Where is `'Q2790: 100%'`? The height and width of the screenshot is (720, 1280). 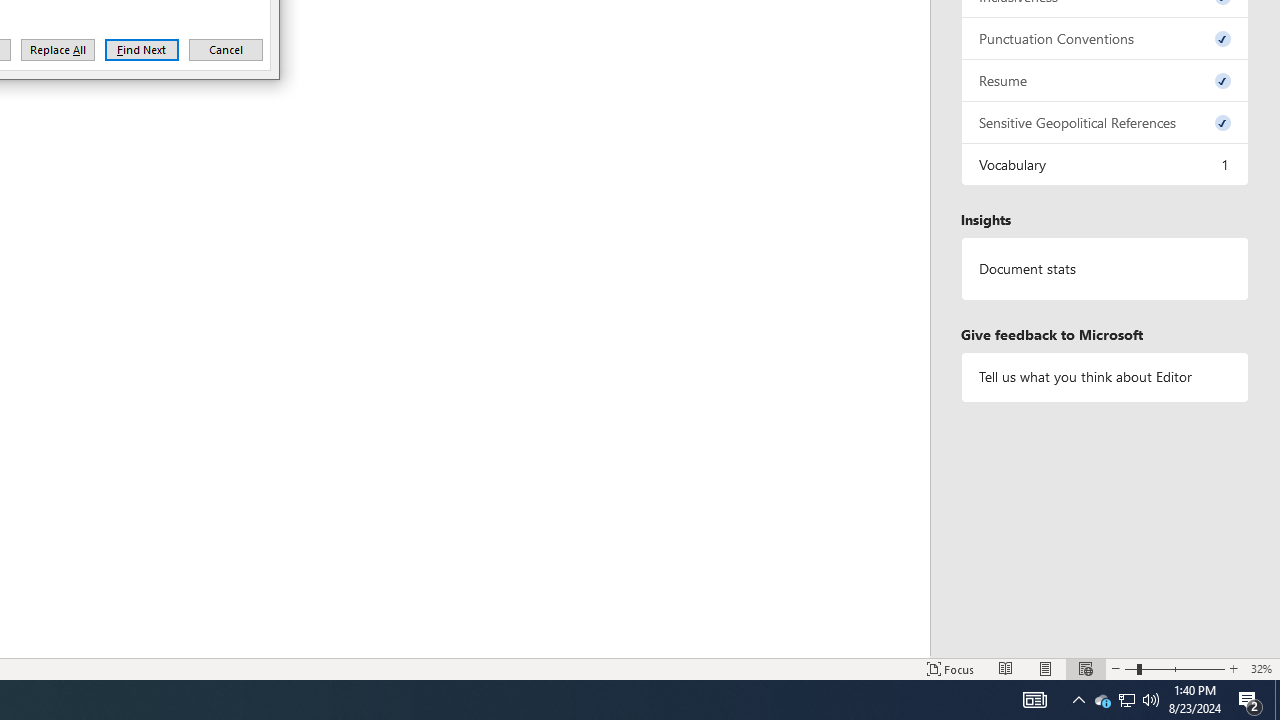 'Q2790: 100%' is located at coordinates (1127, 698).